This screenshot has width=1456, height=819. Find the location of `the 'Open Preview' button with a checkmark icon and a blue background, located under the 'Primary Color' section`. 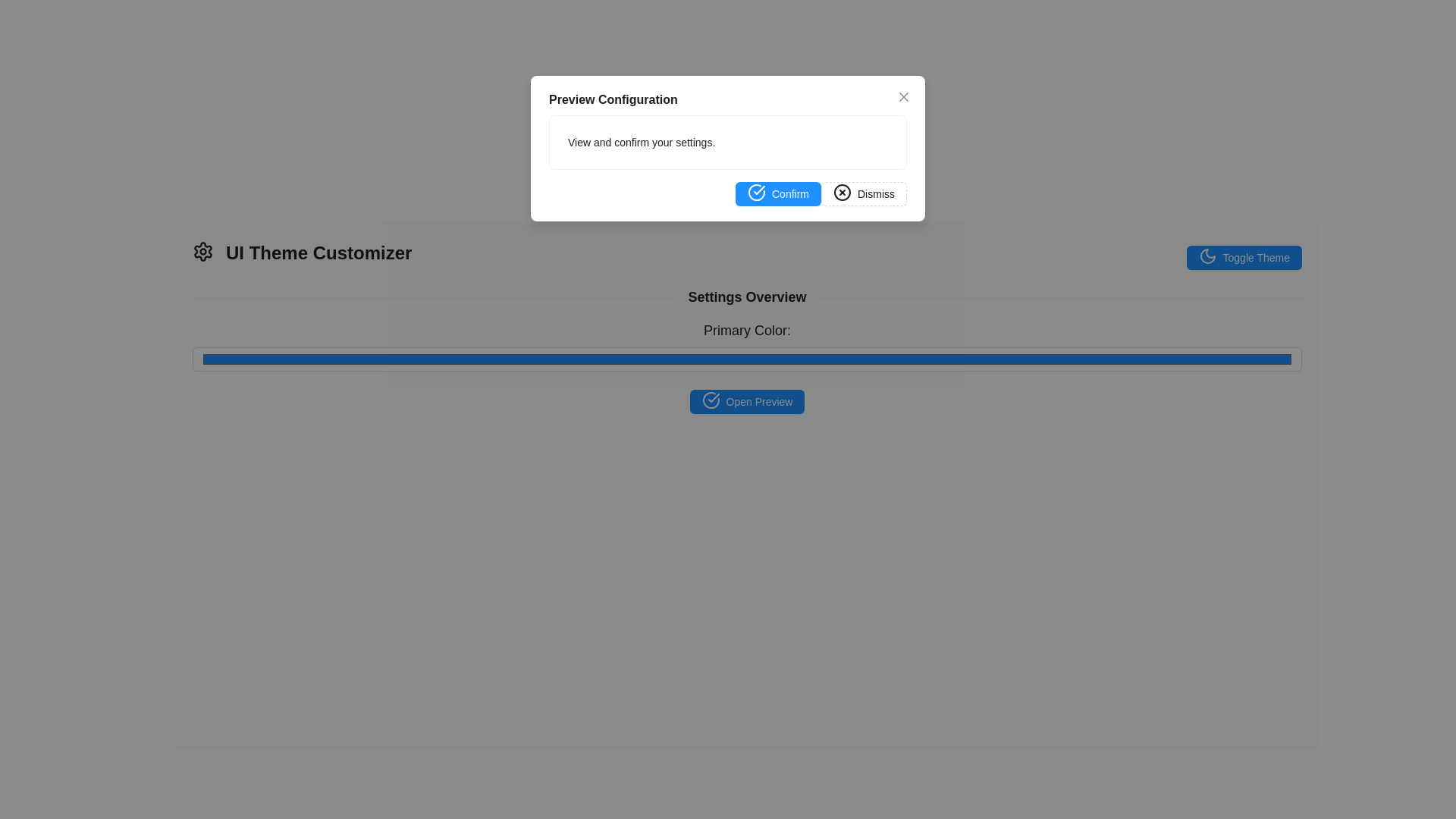

the 'Open Preview' button with a checkmark icon and a blue background, located under the 'Primary Color' section is located at coordinates (747, 400).